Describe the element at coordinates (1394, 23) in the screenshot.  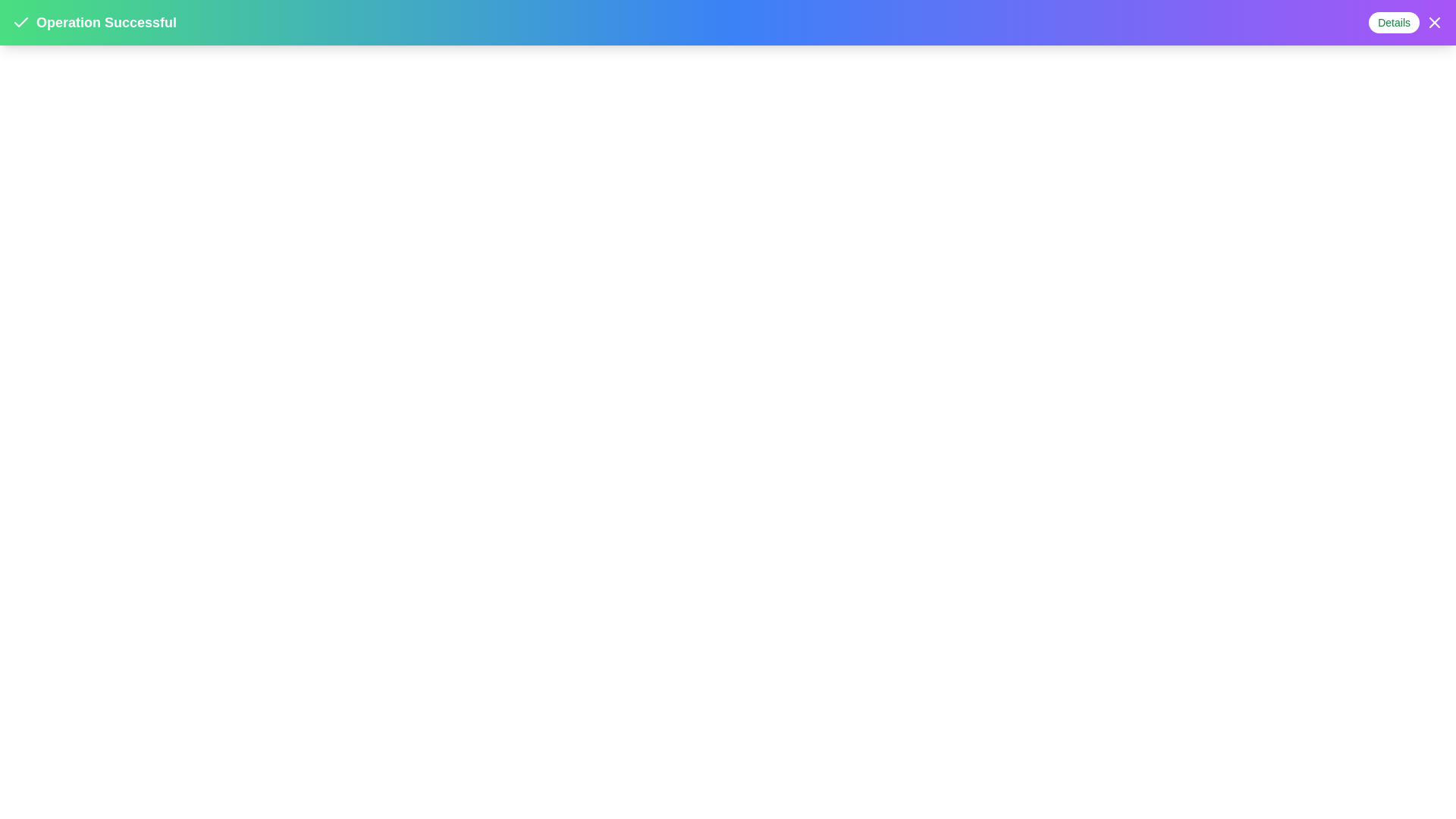
I see `the button located in the top-right corner of the interface, positioned next to an 'X' icon` at that location.